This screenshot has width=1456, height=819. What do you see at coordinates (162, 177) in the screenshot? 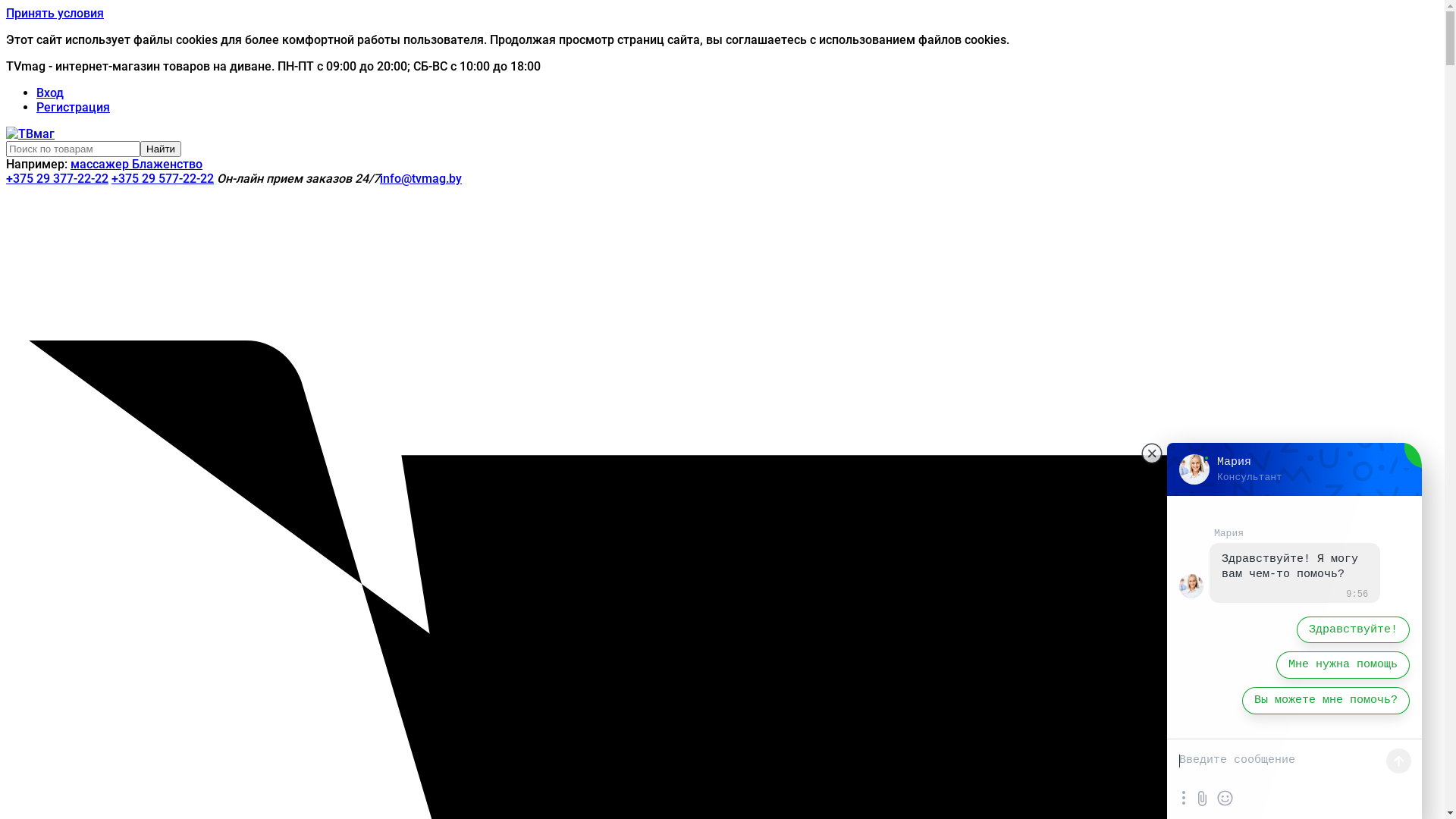
I see `'+375 29 577-22-22'` at bounding box center [162, 177].